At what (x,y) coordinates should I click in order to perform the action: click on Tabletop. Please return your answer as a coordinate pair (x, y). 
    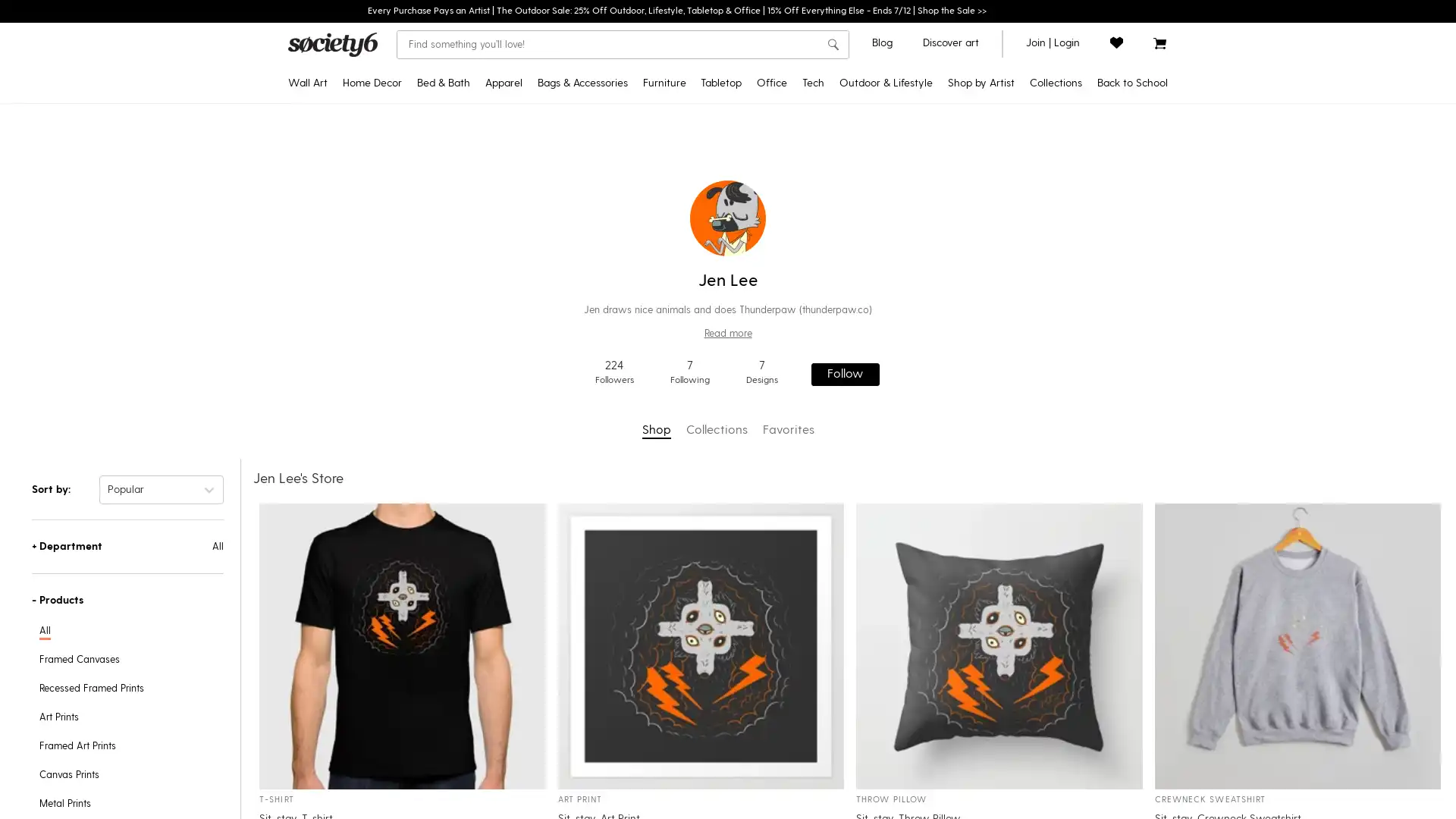
    Looking at the image, I should click on (720, 83).